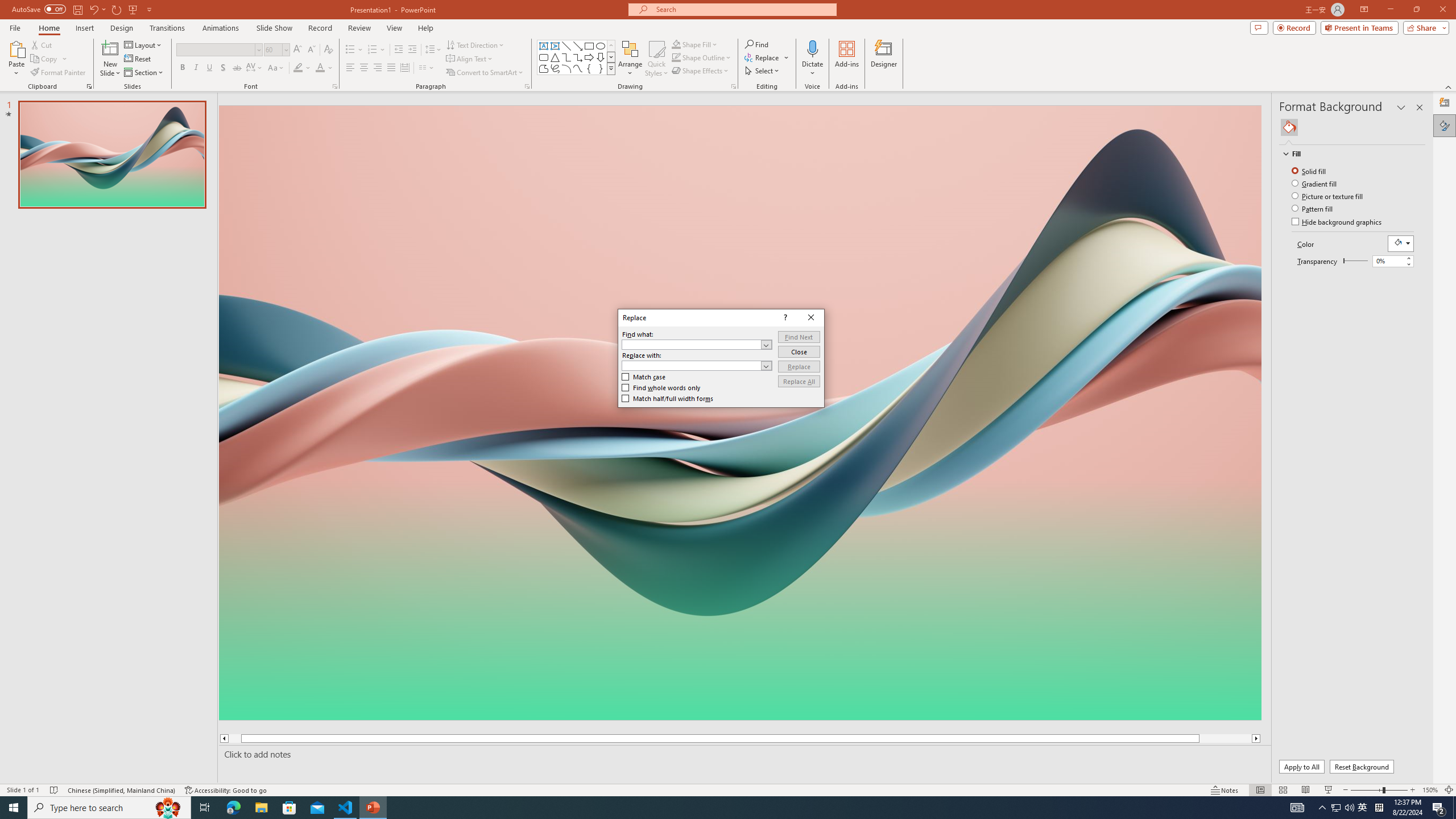 The image size is (1456, 819). Describe the element at coordinates (1301, 766) in the screenshot. I see `'Apply to All'` at that location.